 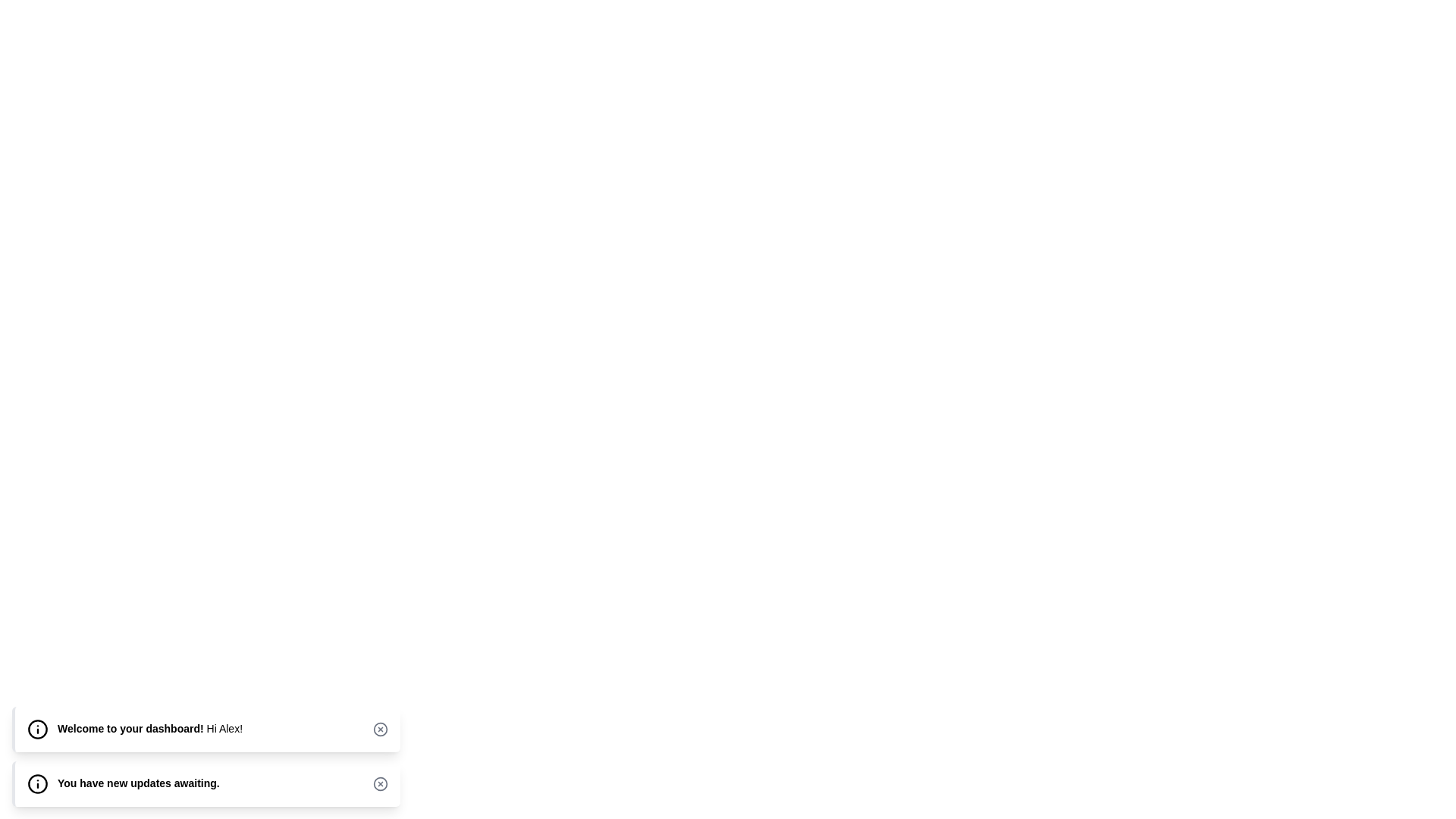 I want to click on the SVG circle graphic that is part of the notification icon located at the start of a notification about the dashboard, so click(x=36, y=728).